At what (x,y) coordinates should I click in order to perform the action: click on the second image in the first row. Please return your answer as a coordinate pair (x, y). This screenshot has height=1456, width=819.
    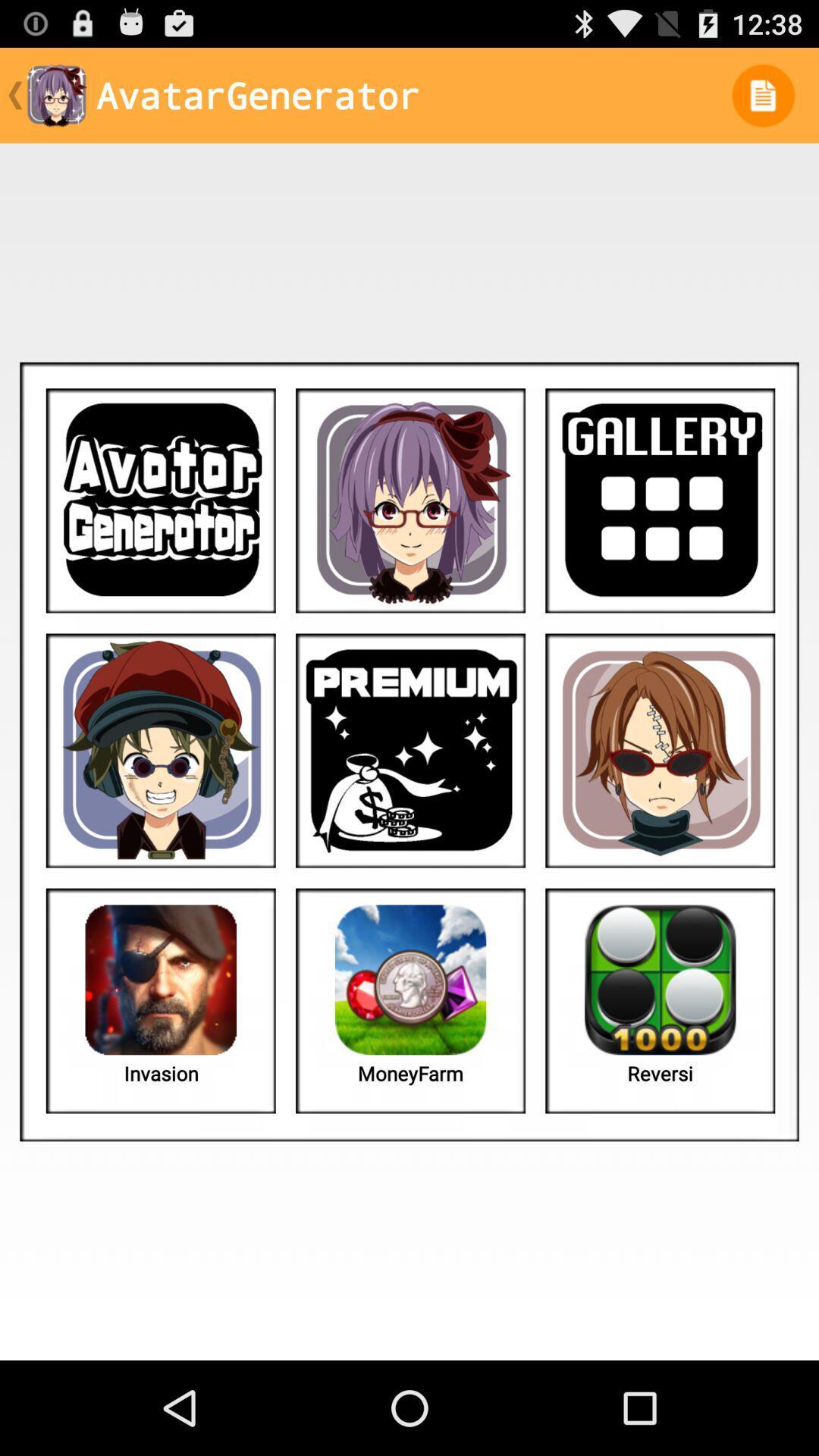
    Looking at the image, I should click on (410, 500).